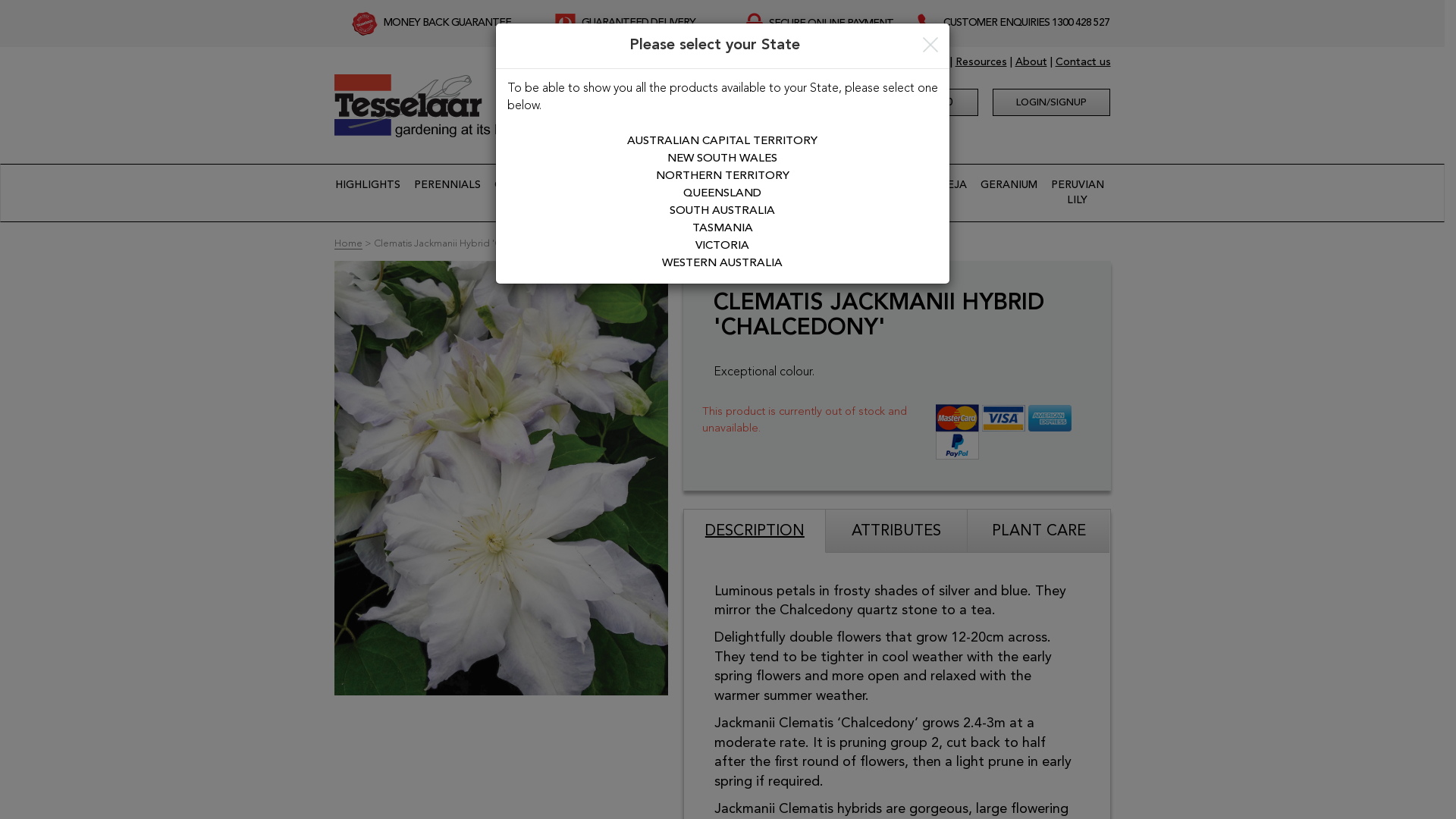 The image size is (1456, 819). I want to click on 'About', so click(1015, 61).